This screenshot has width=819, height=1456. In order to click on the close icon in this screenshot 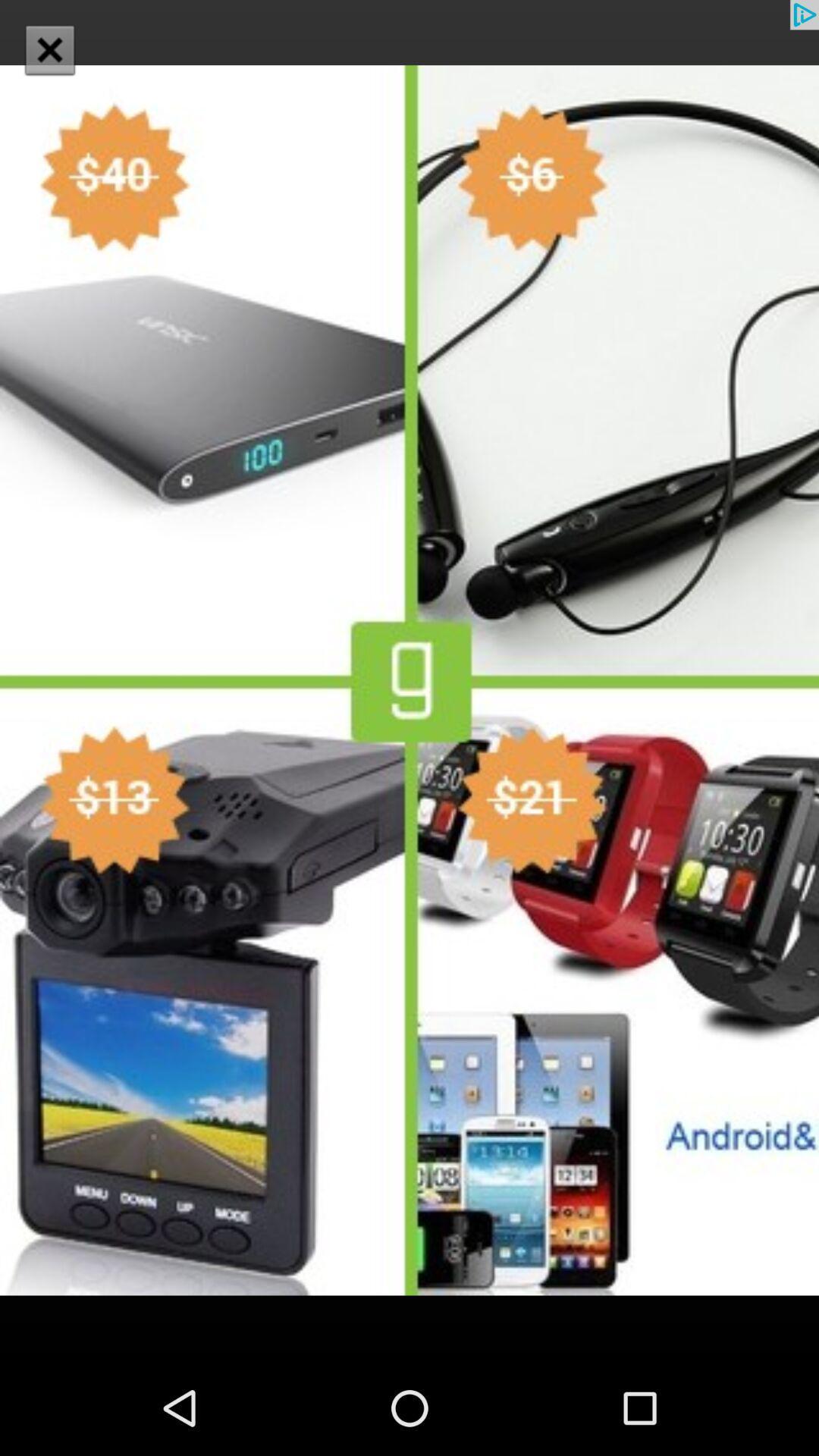, I will do `click(49, 53)`.